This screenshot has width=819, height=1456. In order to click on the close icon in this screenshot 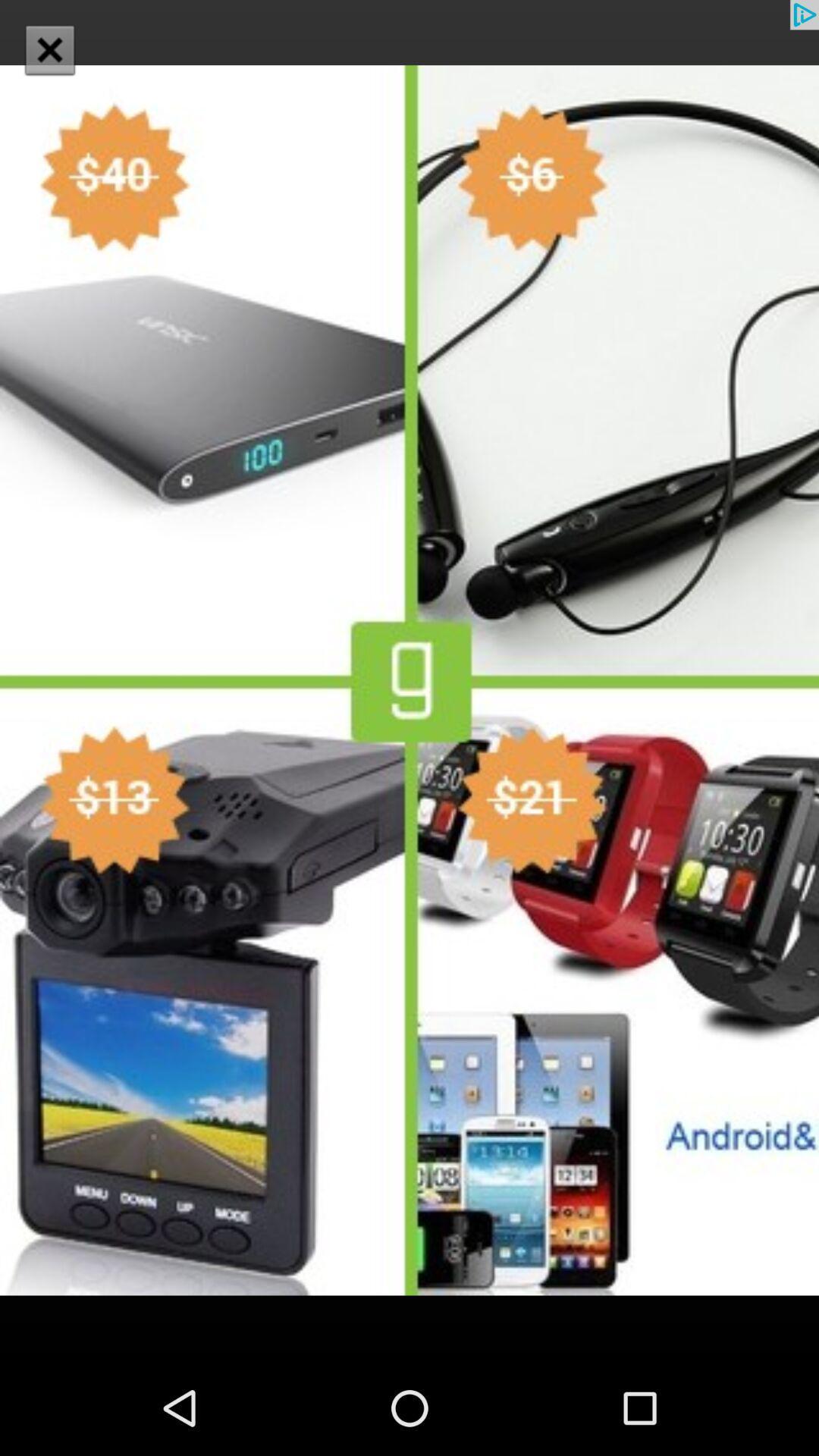, I will do `click(49, 53)`.